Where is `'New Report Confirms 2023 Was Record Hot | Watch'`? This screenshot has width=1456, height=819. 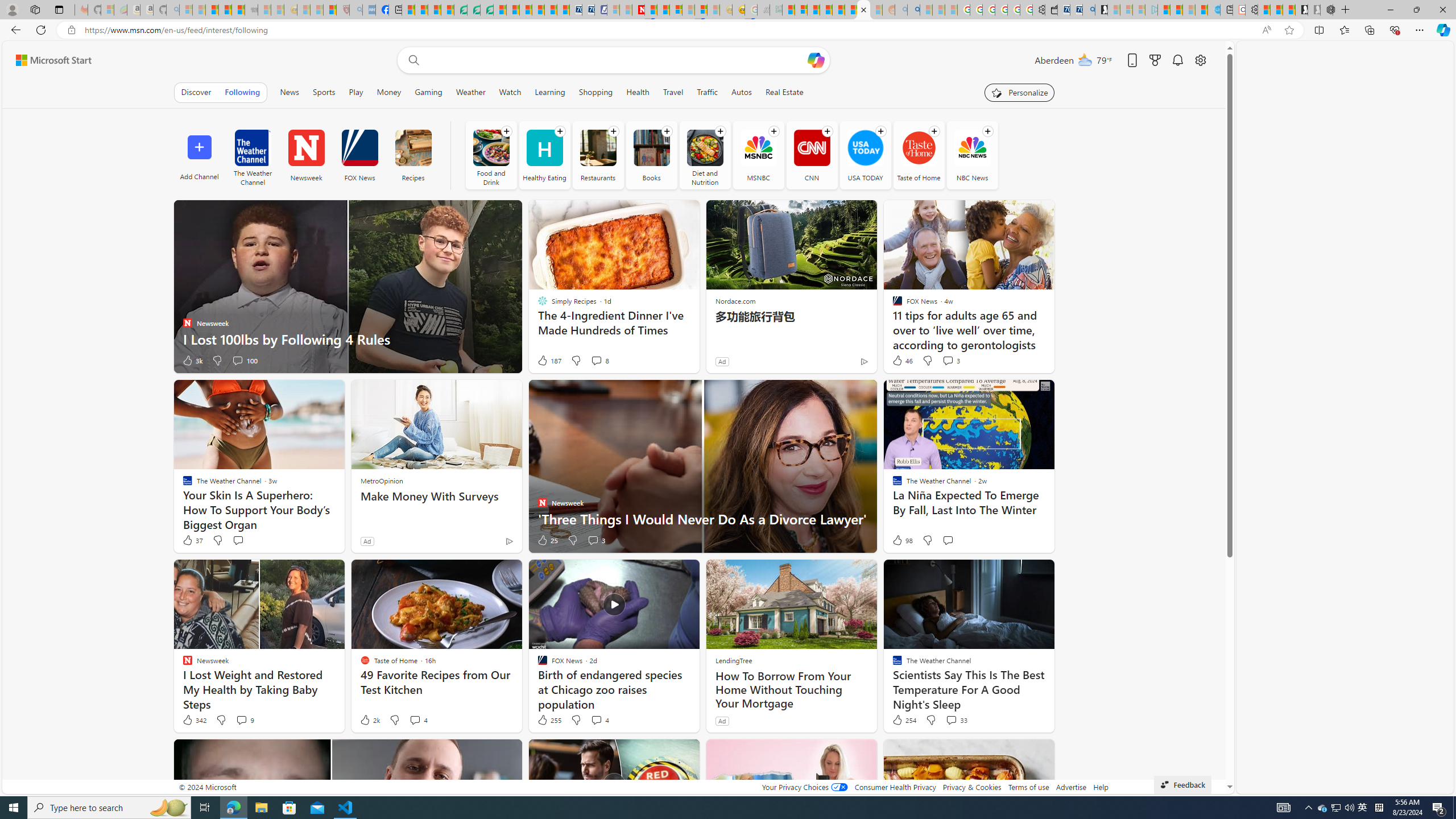 'New Report Confirms 2023 Was Record Hot | Watch' is located at coordinates (237, 9).